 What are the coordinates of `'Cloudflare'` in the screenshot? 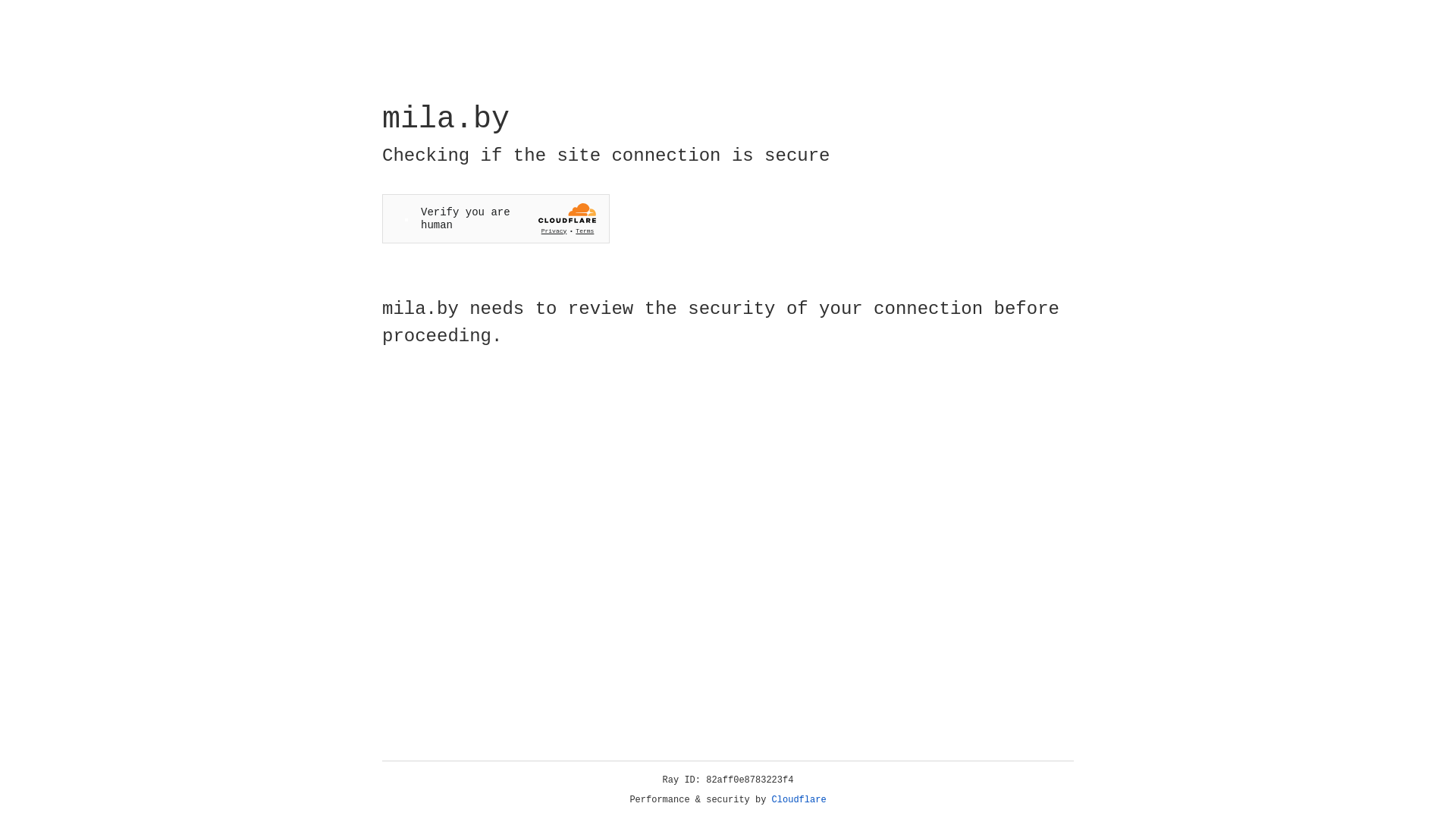 It's located at (799, 799).